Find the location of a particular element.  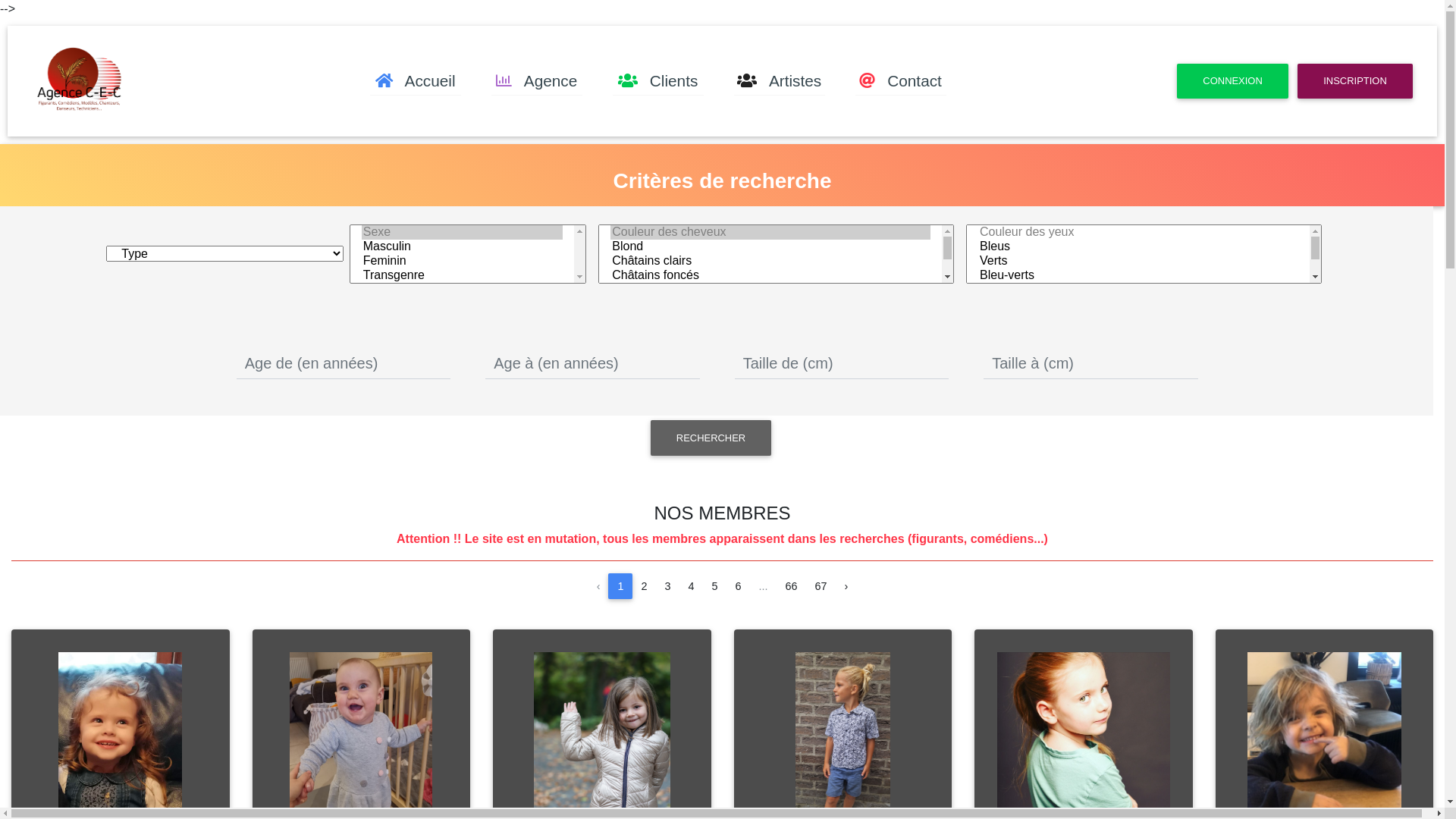

'2' is located at coordinates (644, 585).